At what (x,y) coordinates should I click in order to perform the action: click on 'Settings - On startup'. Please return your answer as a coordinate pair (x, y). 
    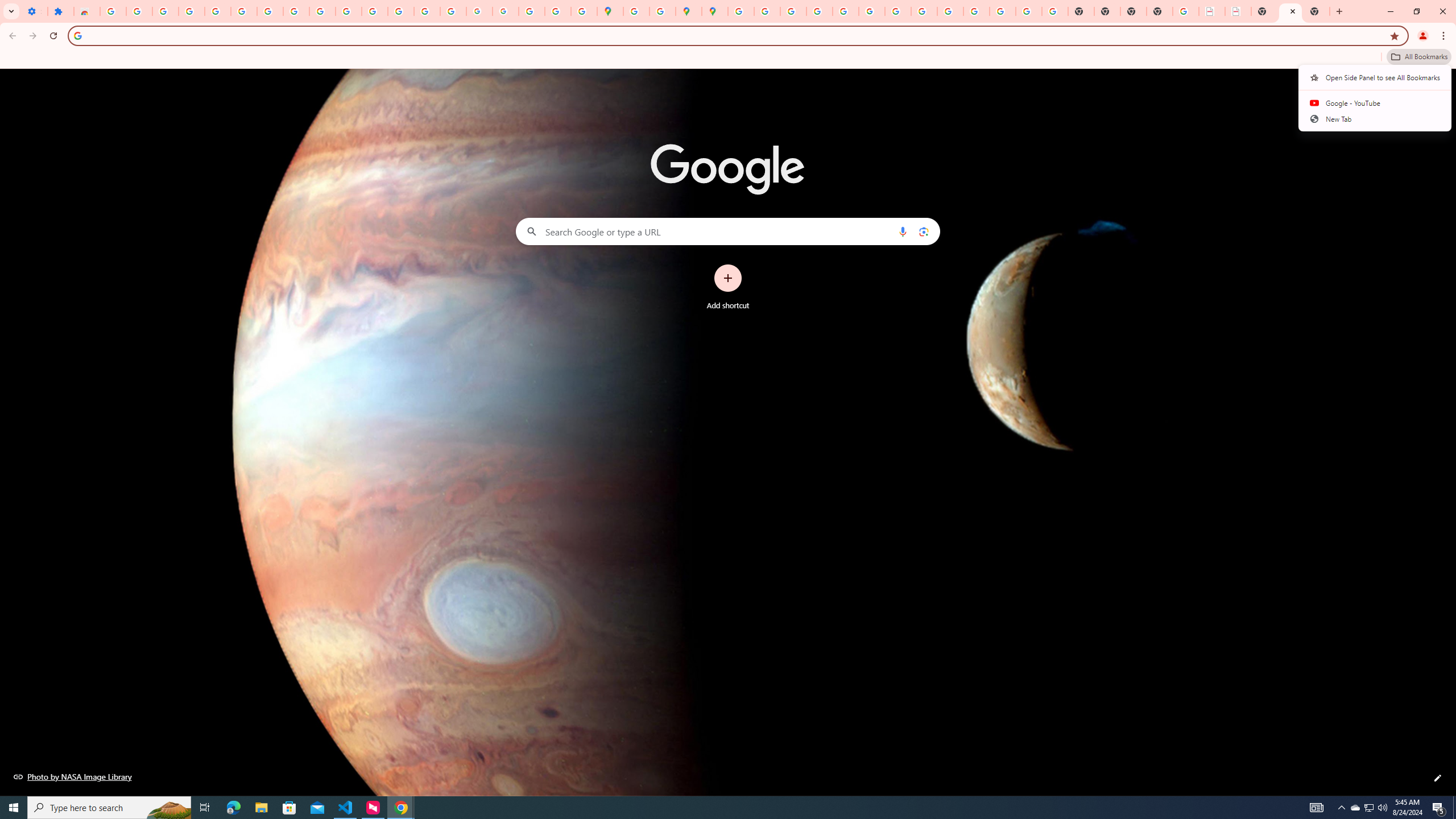
    Looking at the image, I should click on (34, 11).